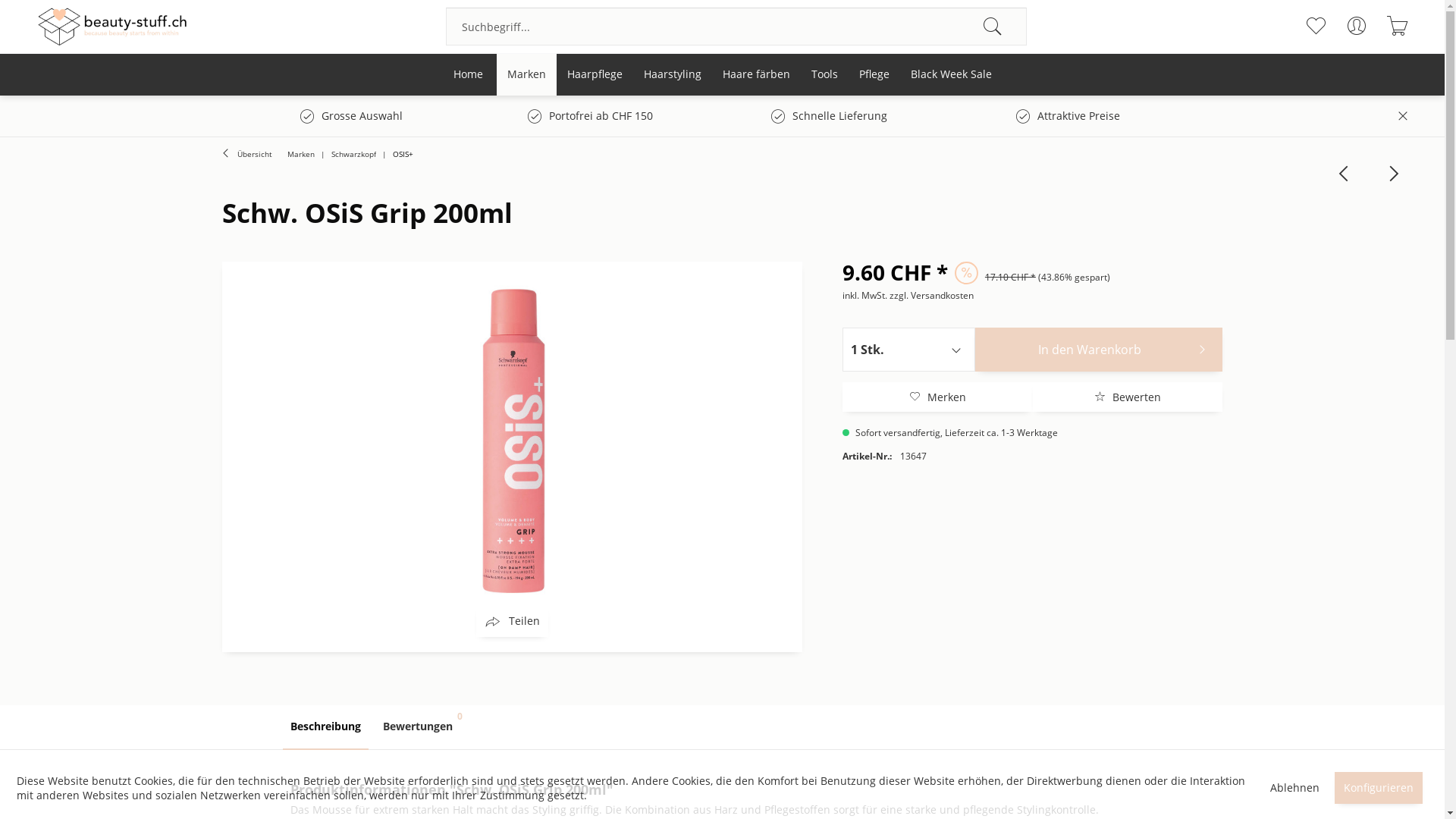  What do you see at coordinates (1356, 26) in the screenshot?
I see `'Mein Konto'` at bounding box center [1356, 26].